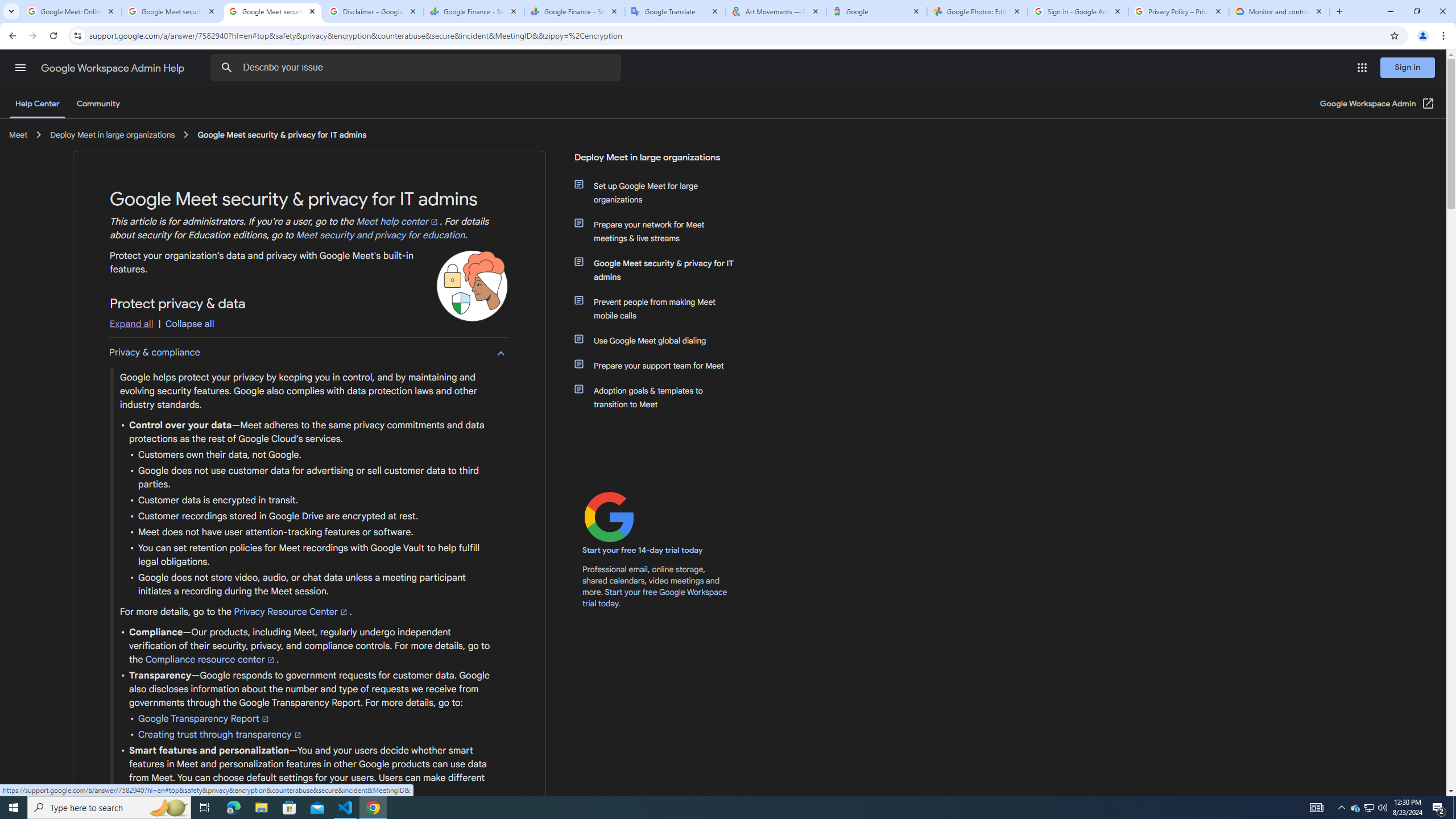 The height and width of the screenshot is (819, 1456). What do you see at coordinates (876, 11) in the screenshot?
I see `'Google'` at bounding box center [876, 11].